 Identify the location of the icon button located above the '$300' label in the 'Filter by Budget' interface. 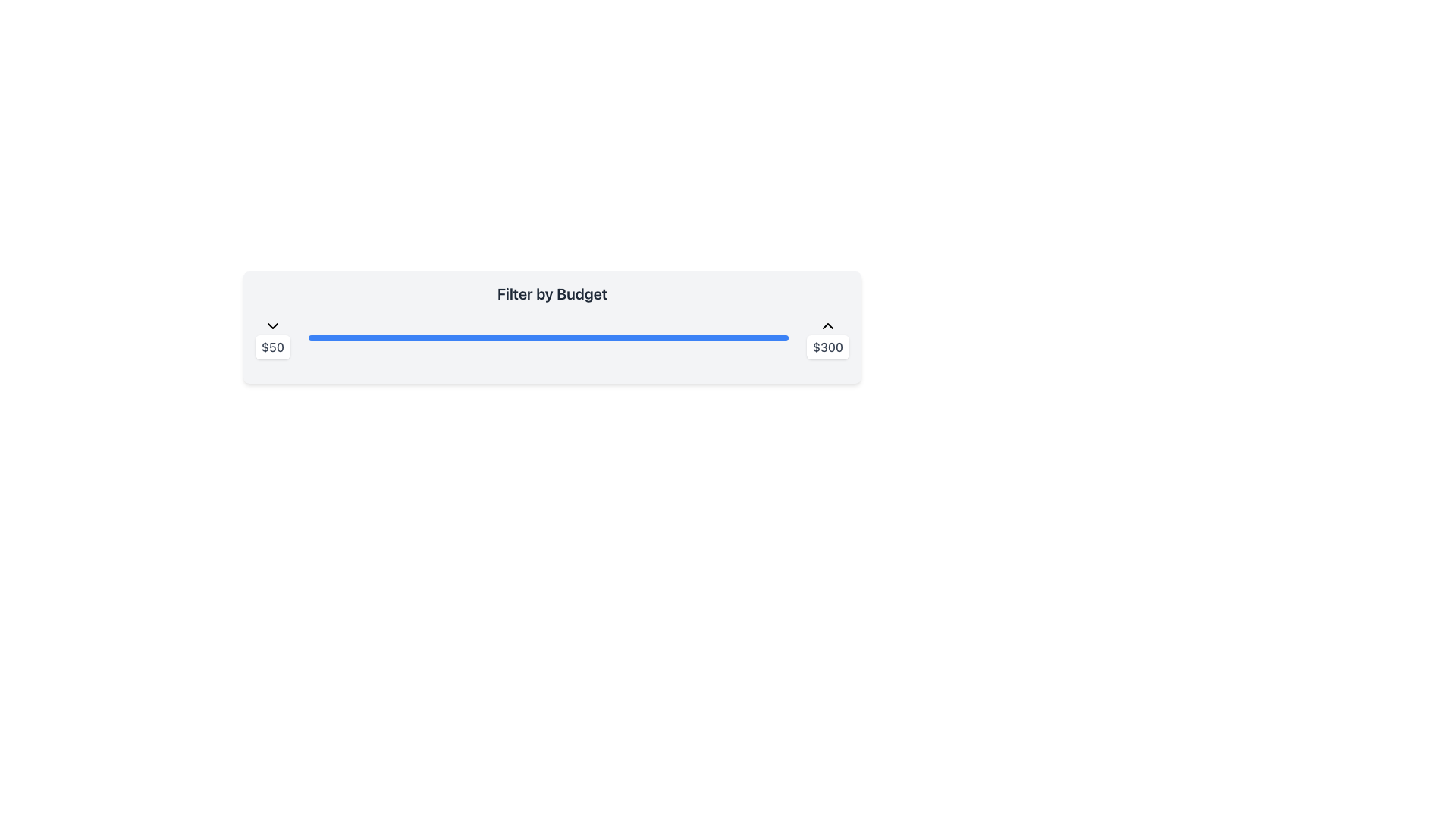
(827, 325).